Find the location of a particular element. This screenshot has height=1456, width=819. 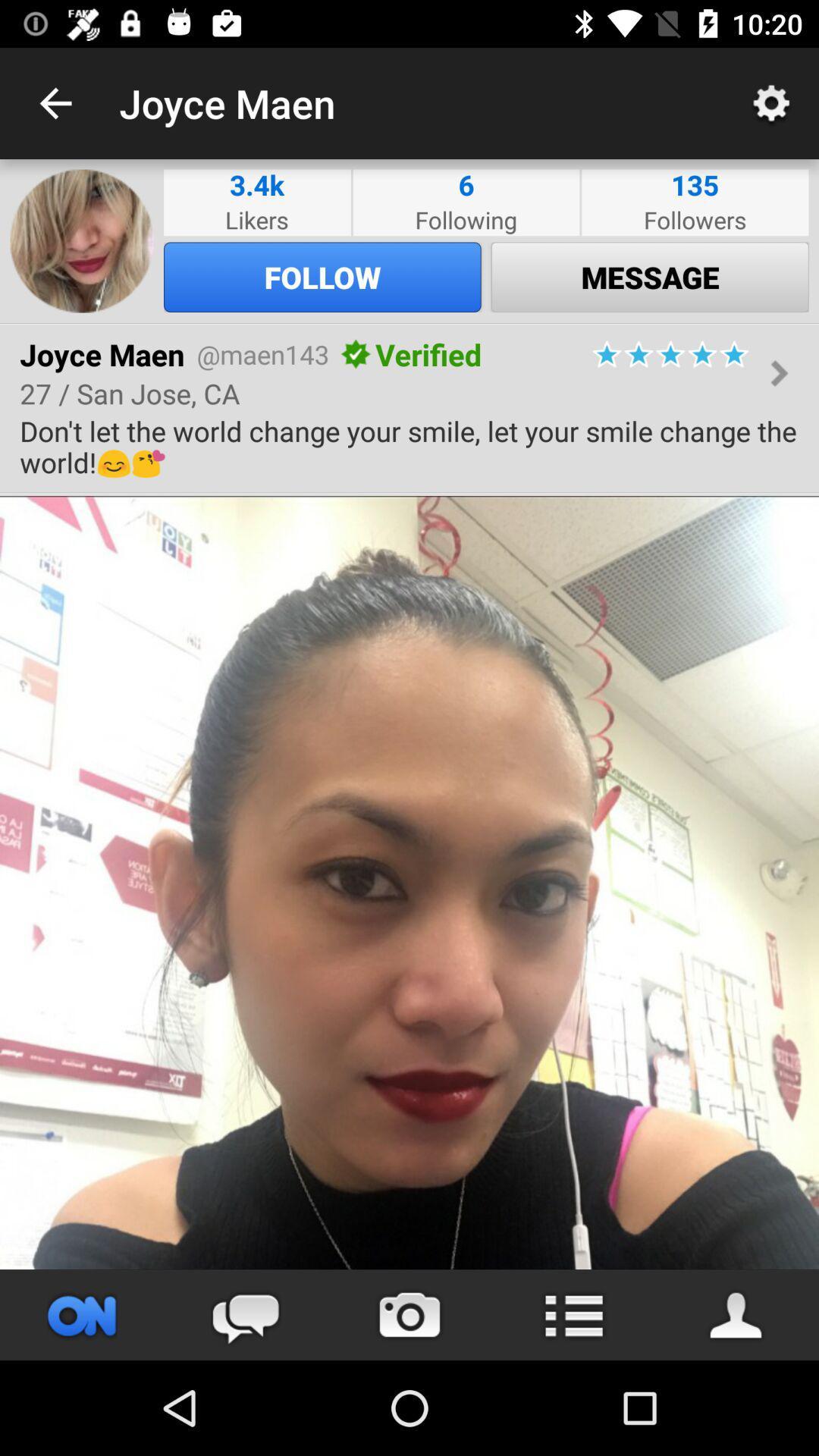

photo is located at coordinates (409, 882).